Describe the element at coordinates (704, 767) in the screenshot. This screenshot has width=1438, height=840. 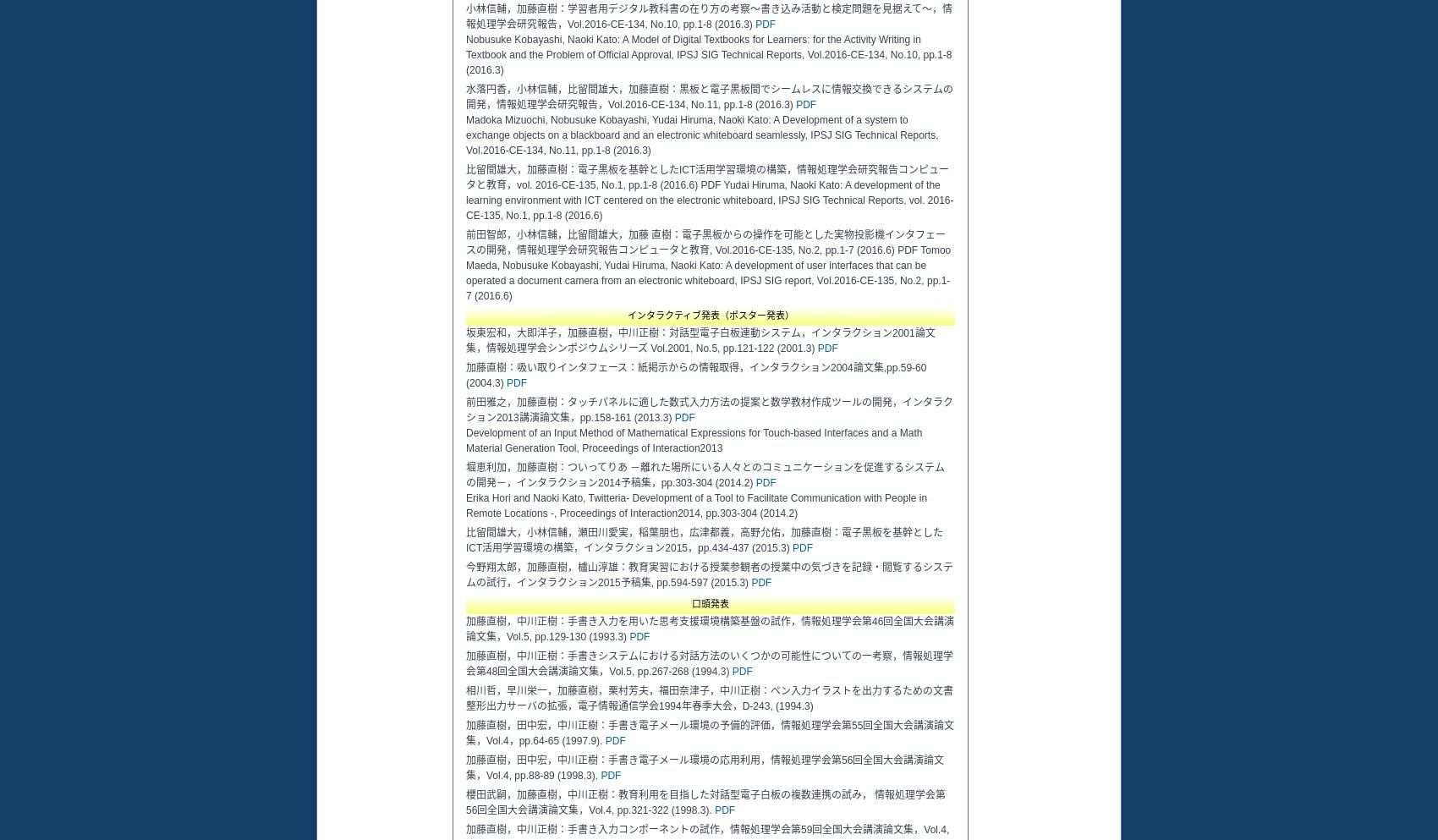
I see `'加藤直樹，田中宏，中川正樹：手書き電子メール環境の応用利用，情報処理学会第56回全国大会講演論文集，Vol.4, pp.88-89 (1998.3).'` at that location.